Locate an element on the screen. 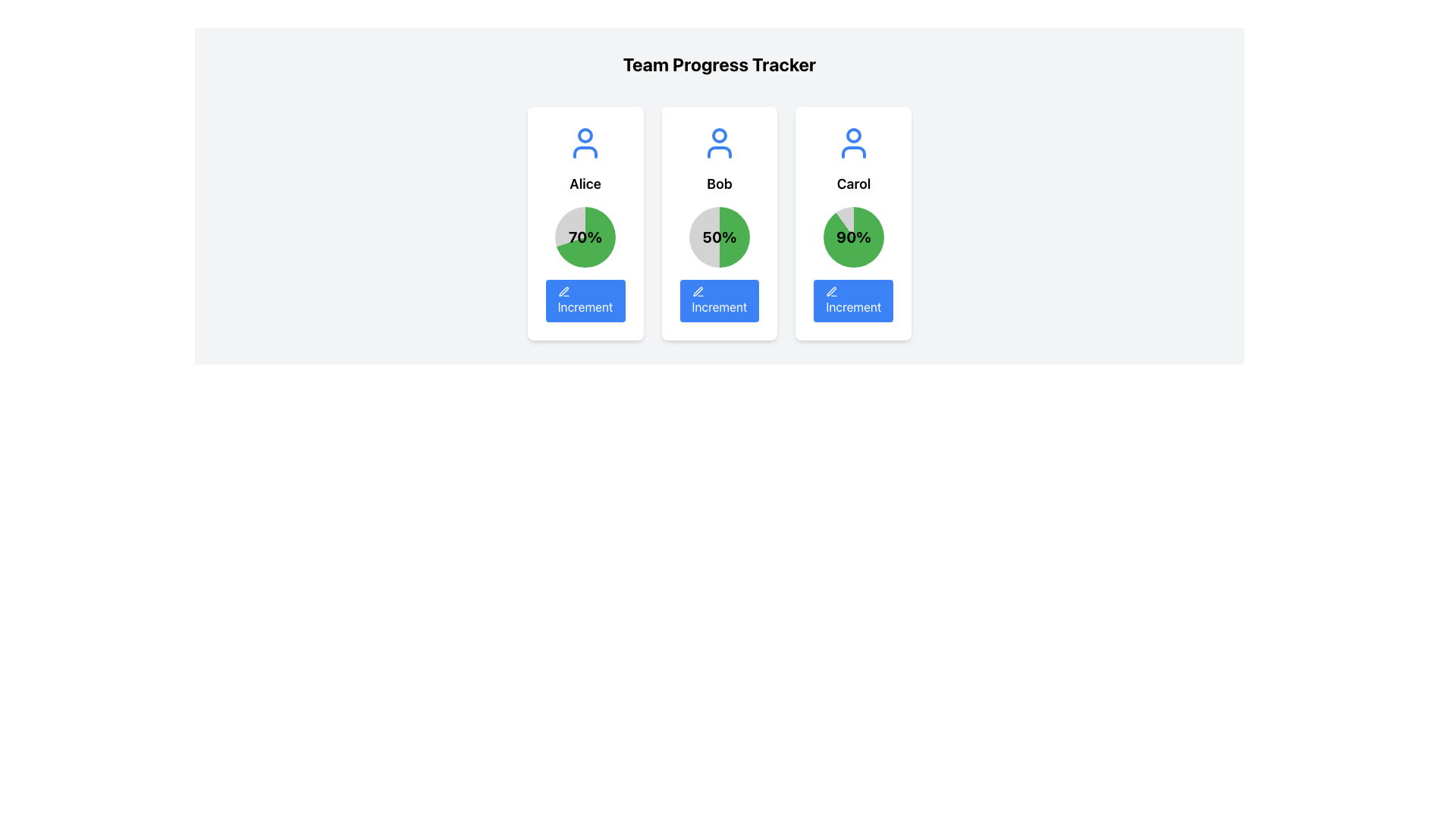 The width and height of the screenshot is (1456, 819). the editing icon located in the leftmost card labeled 'Alice', positioned below the circular progress indicator and beside the 'Increment' button, to initiate an editing action is located at coordinates (563, 291).